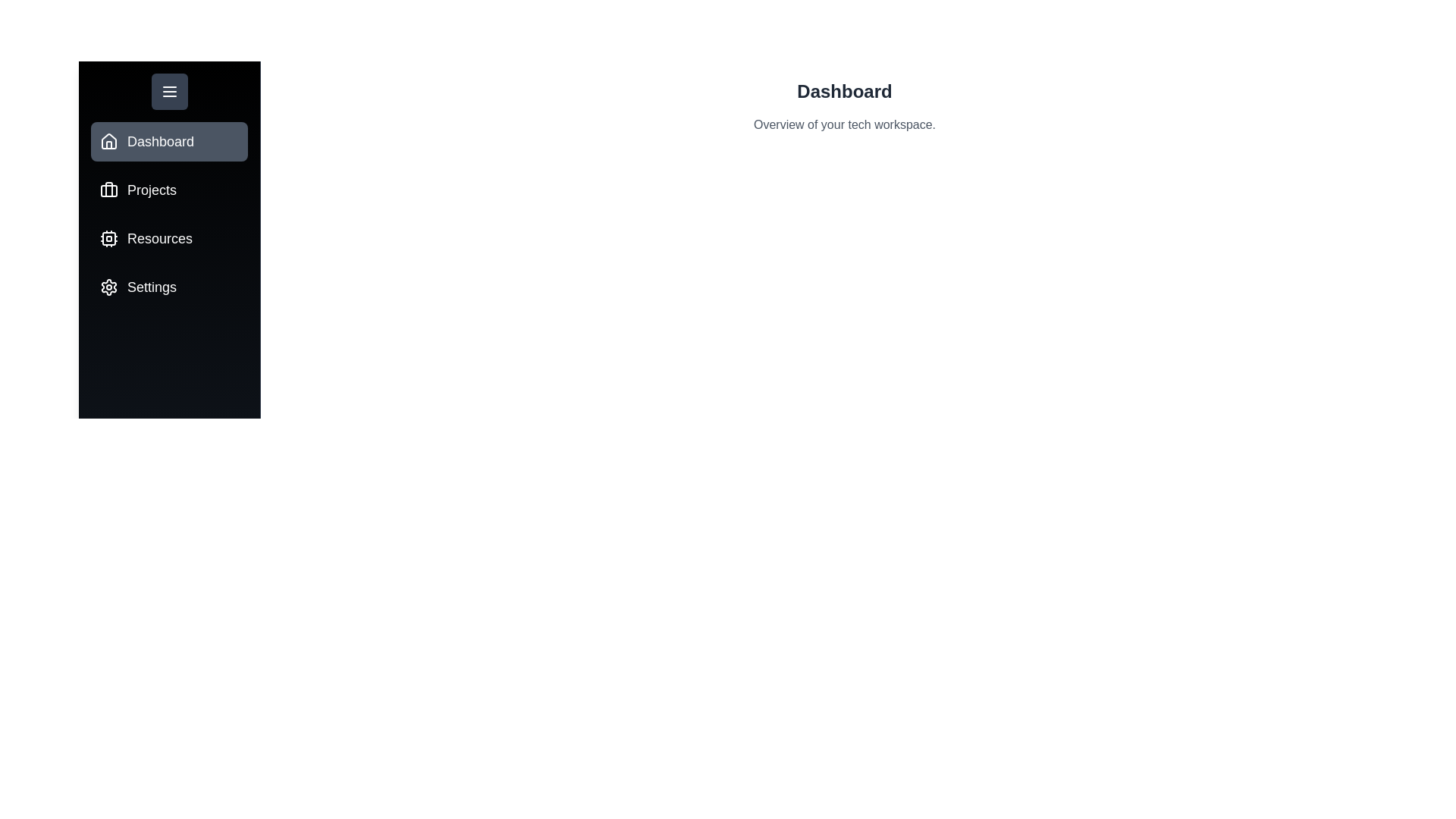 The height and width of the screenshot is (819, 1456). Describe the element at coordinates (108, 239) in the screenshot. I see `the tab icon for Resources to switch to that tab` at that location.